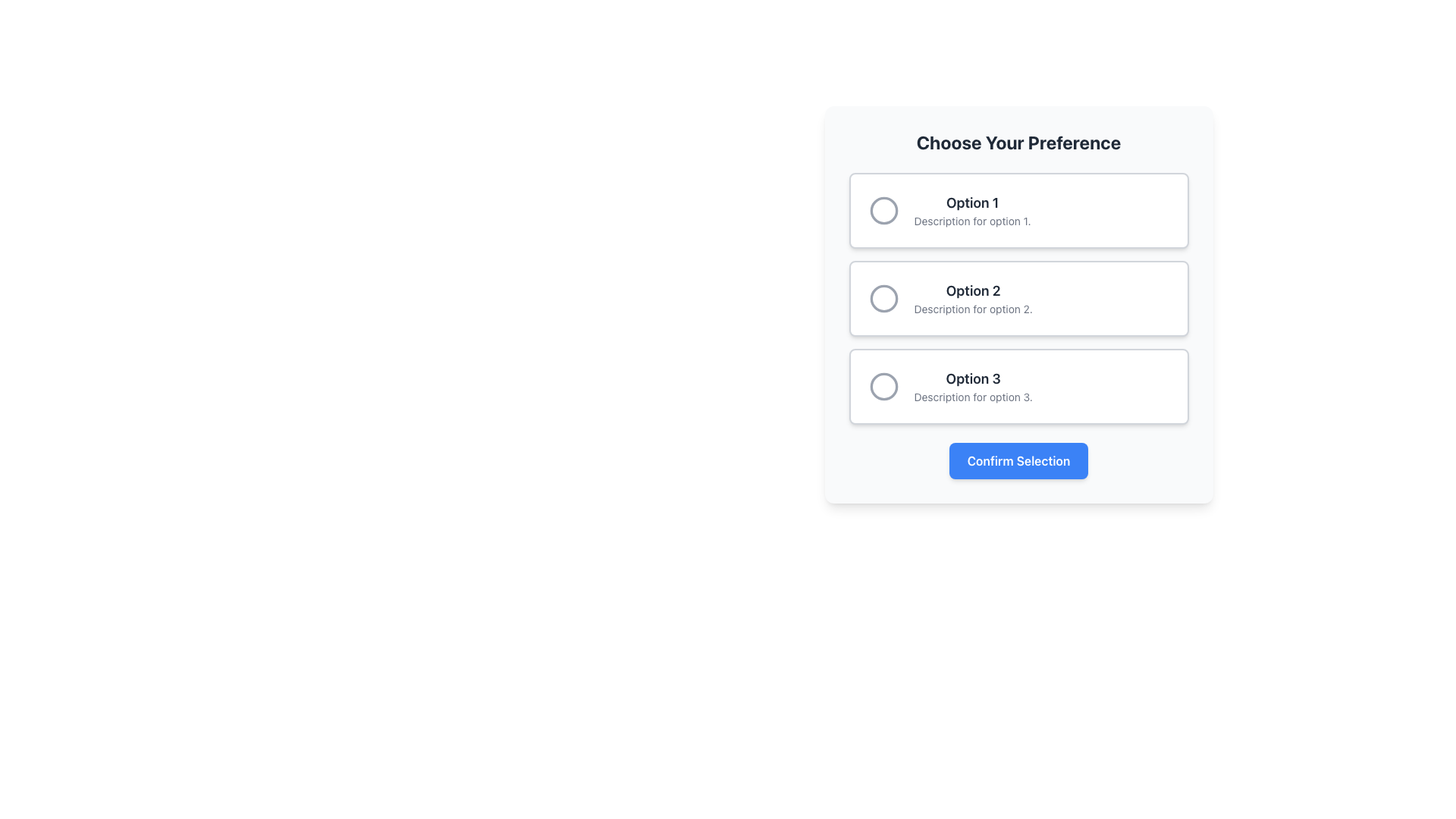 The height and width of the screenshot is (819, 1456). Describe the element at coordinates (973, 385) in the screenshot. I see `the Text Block that describes the third option in the list of selectable items, positioned below the second option and above the 'Confirm Selection' button` at that location.